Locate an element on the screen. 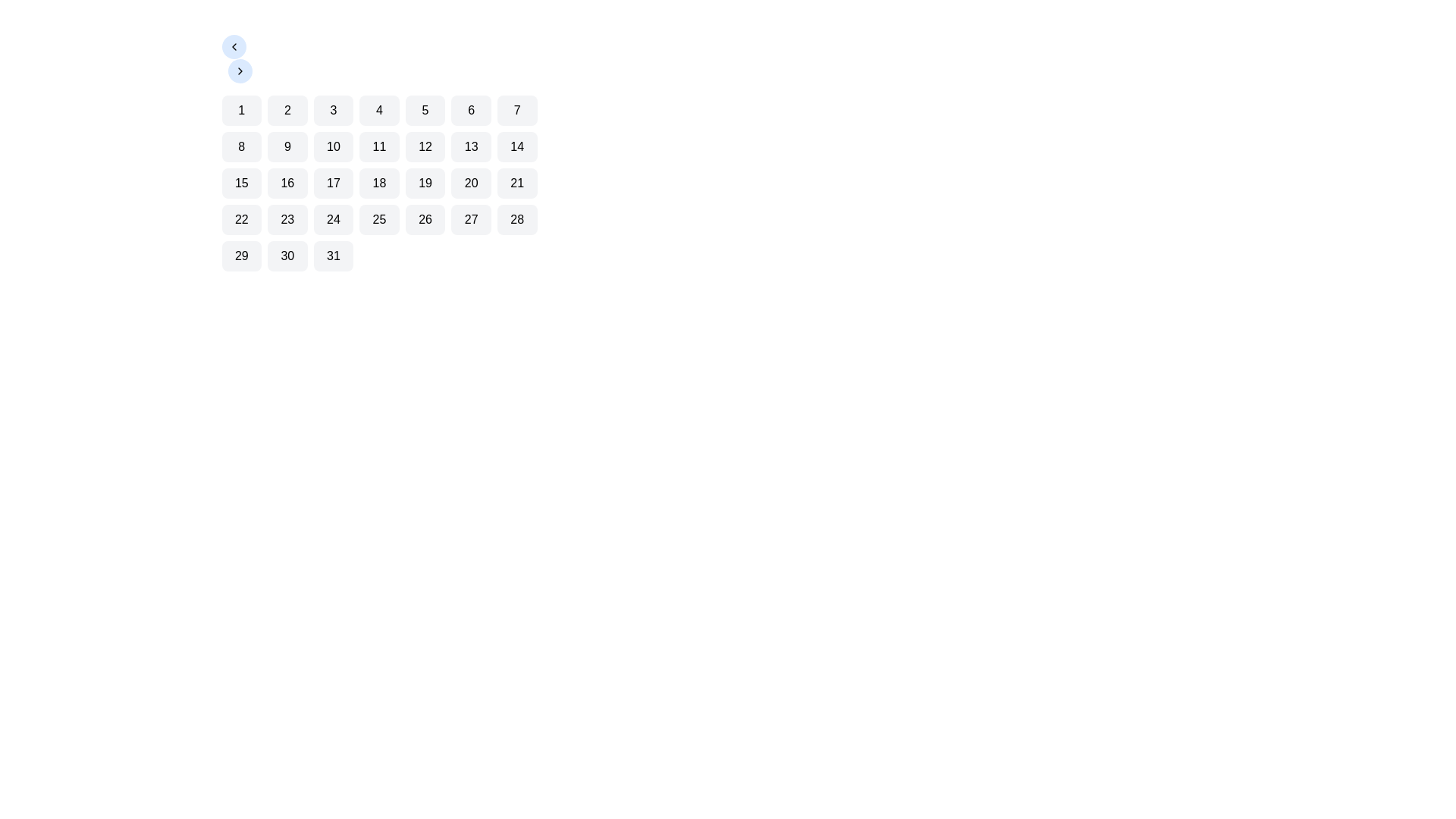 The width and height of the screenshot is (1456, 819). the calendar day grid cell representing the 14th of the month, located in the second row and seventh column of the grid is located at coordinates (517, 146).